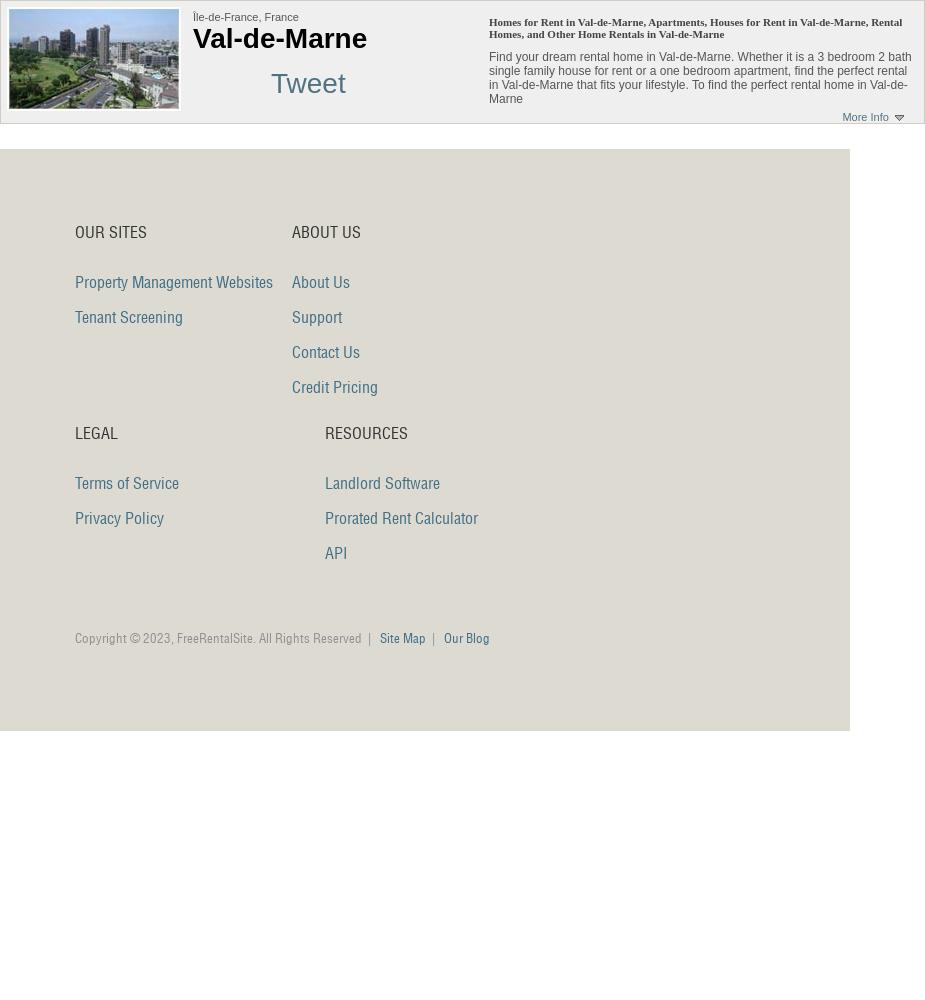  I want to click on 'Homes for Rent in Val-de-Marne, Apartments, Houses for Rent in Val-de-Marne, Rental Homes, and Other Home Rentals in Val-de-Marne', so click(695, 28).